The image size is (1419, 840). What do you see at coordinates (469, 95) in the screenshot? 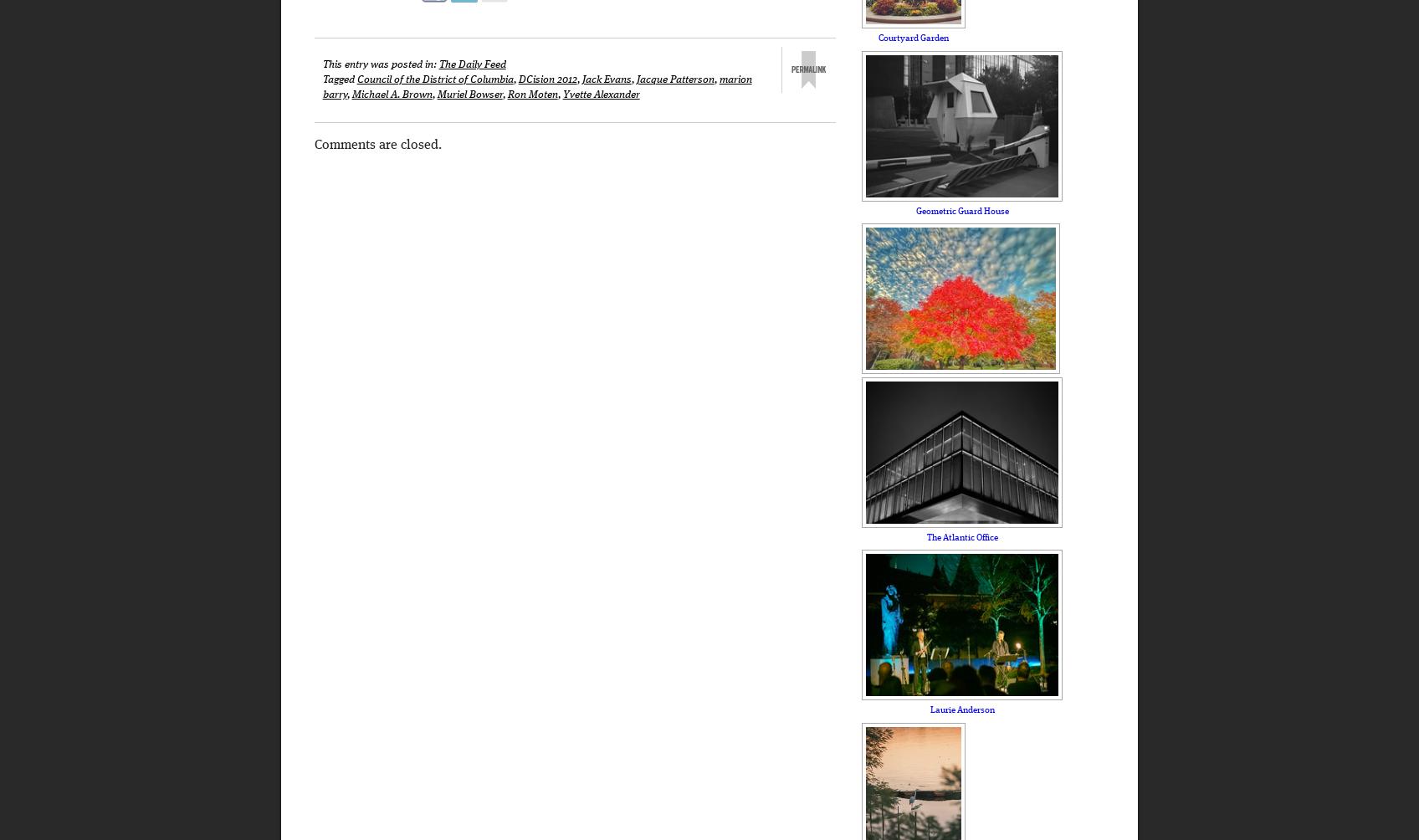
I see `'Muriel Bowser'` at bounding box center [469, 95].